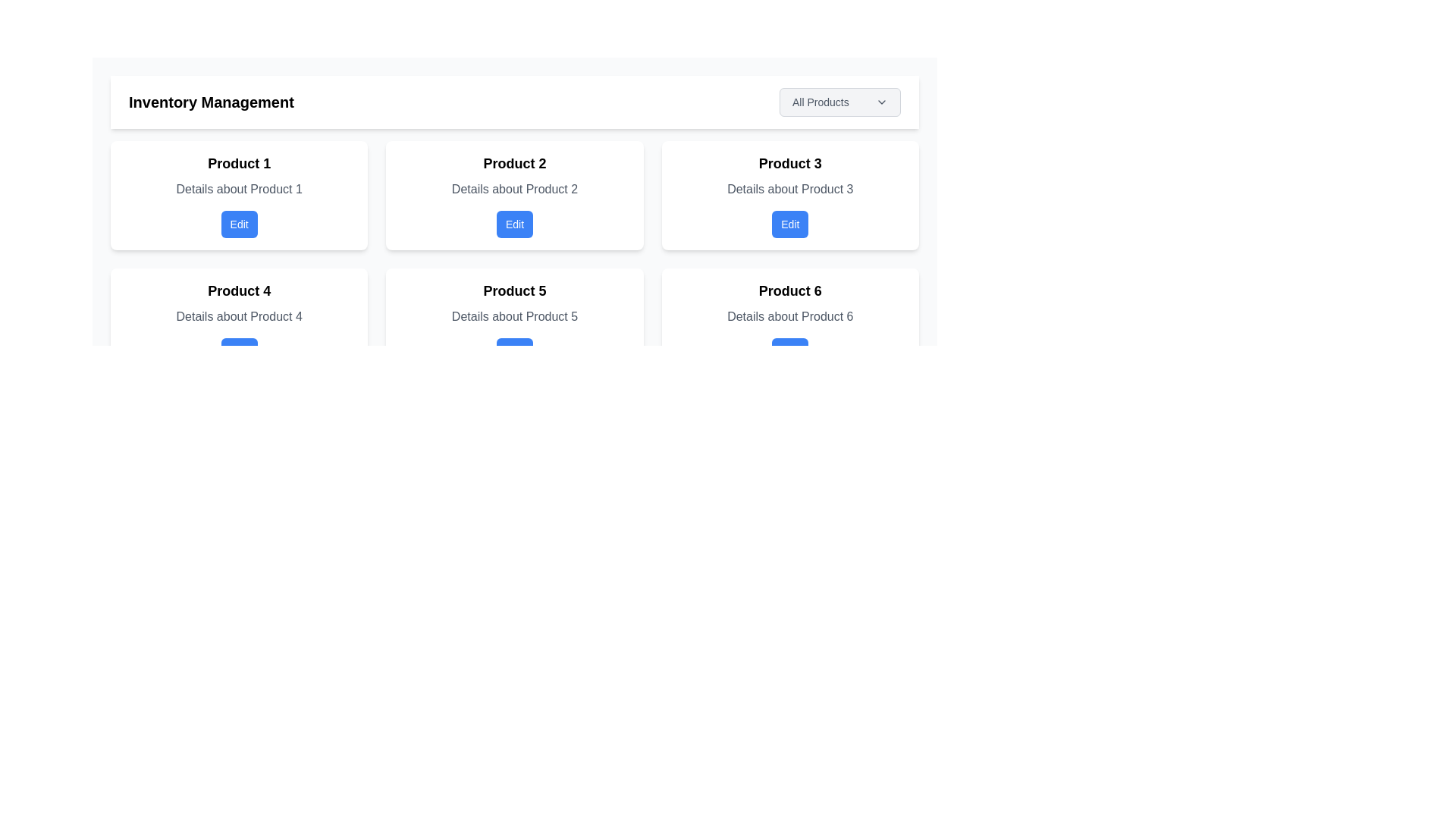 The width and height of the screenshot is (1456, 819). Describe the element at coordinates (789, 351) in the screenshot. I see `the 'Edit' button with a blue background and white text located at the bottom of the 'Product 6' card` at that location.